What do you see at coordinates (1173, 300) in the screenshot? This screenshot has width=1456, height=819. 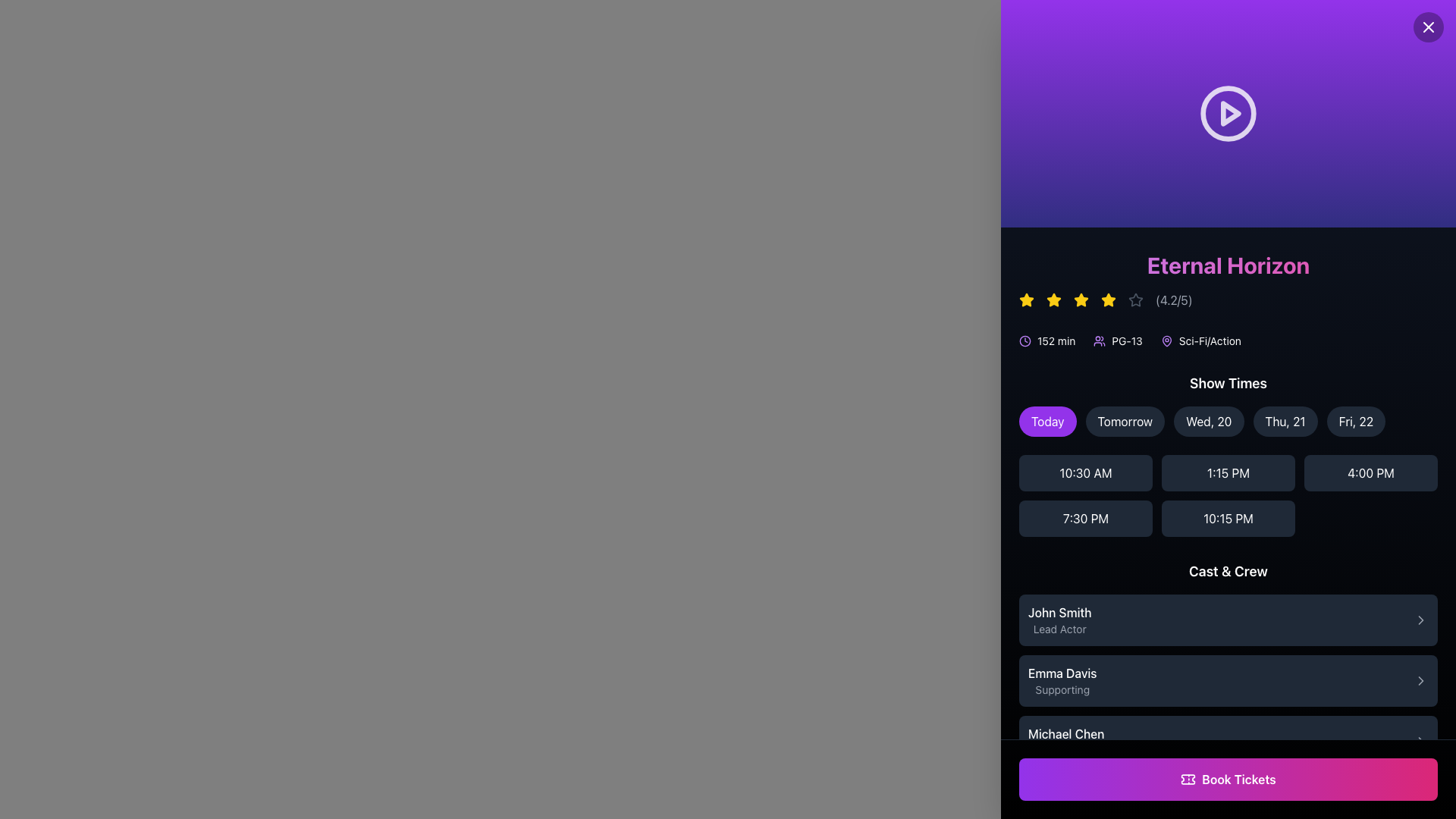 I see `the text label displaying the rating '(4.2/5)', which is light gray and positioned next to star icons under the title 'Eternal Horizon'` at bounding box center [1173, 300].